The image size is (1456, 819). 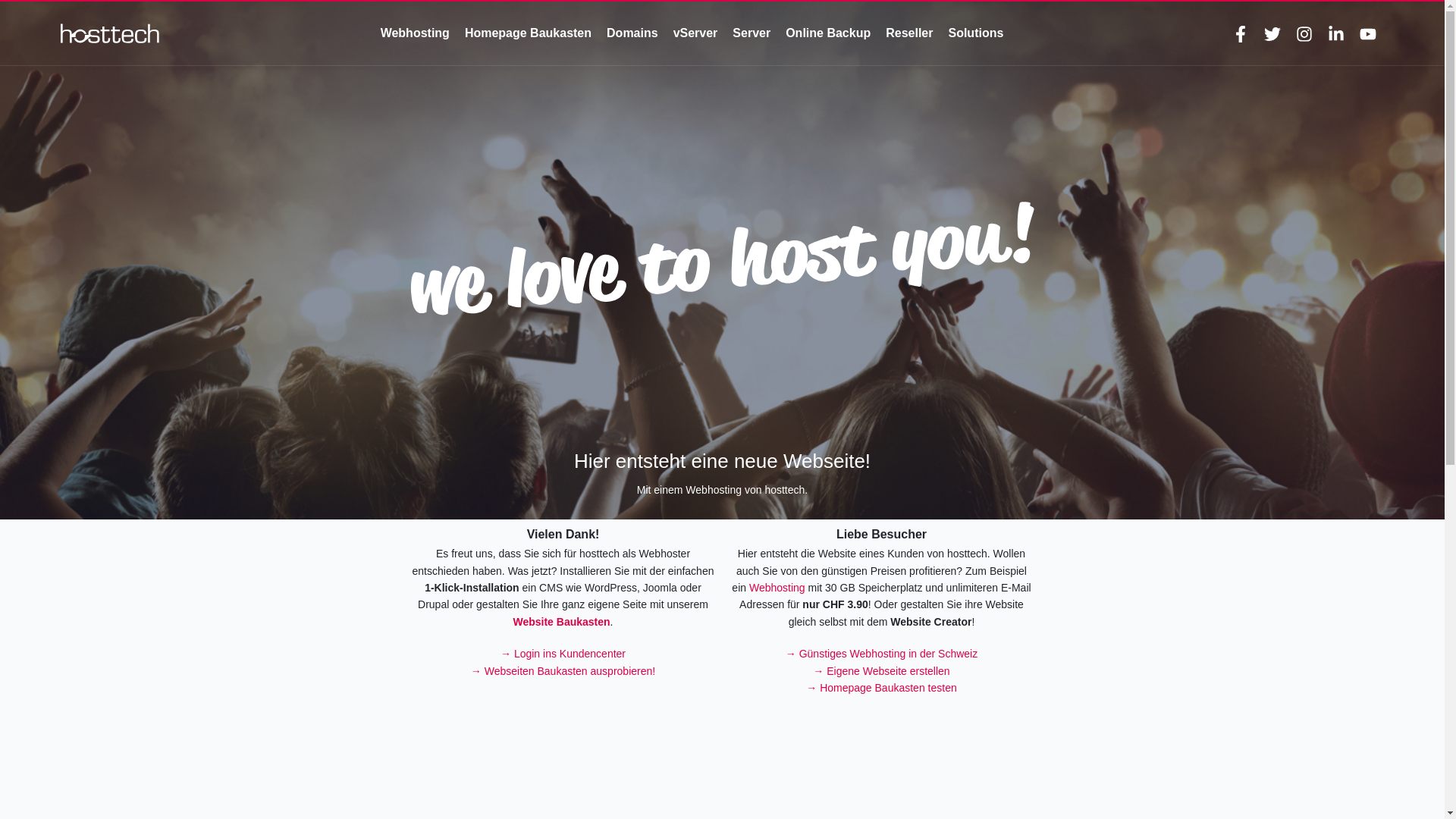 I want to click on 'Website Baukasten', so click(x=513, y=622).